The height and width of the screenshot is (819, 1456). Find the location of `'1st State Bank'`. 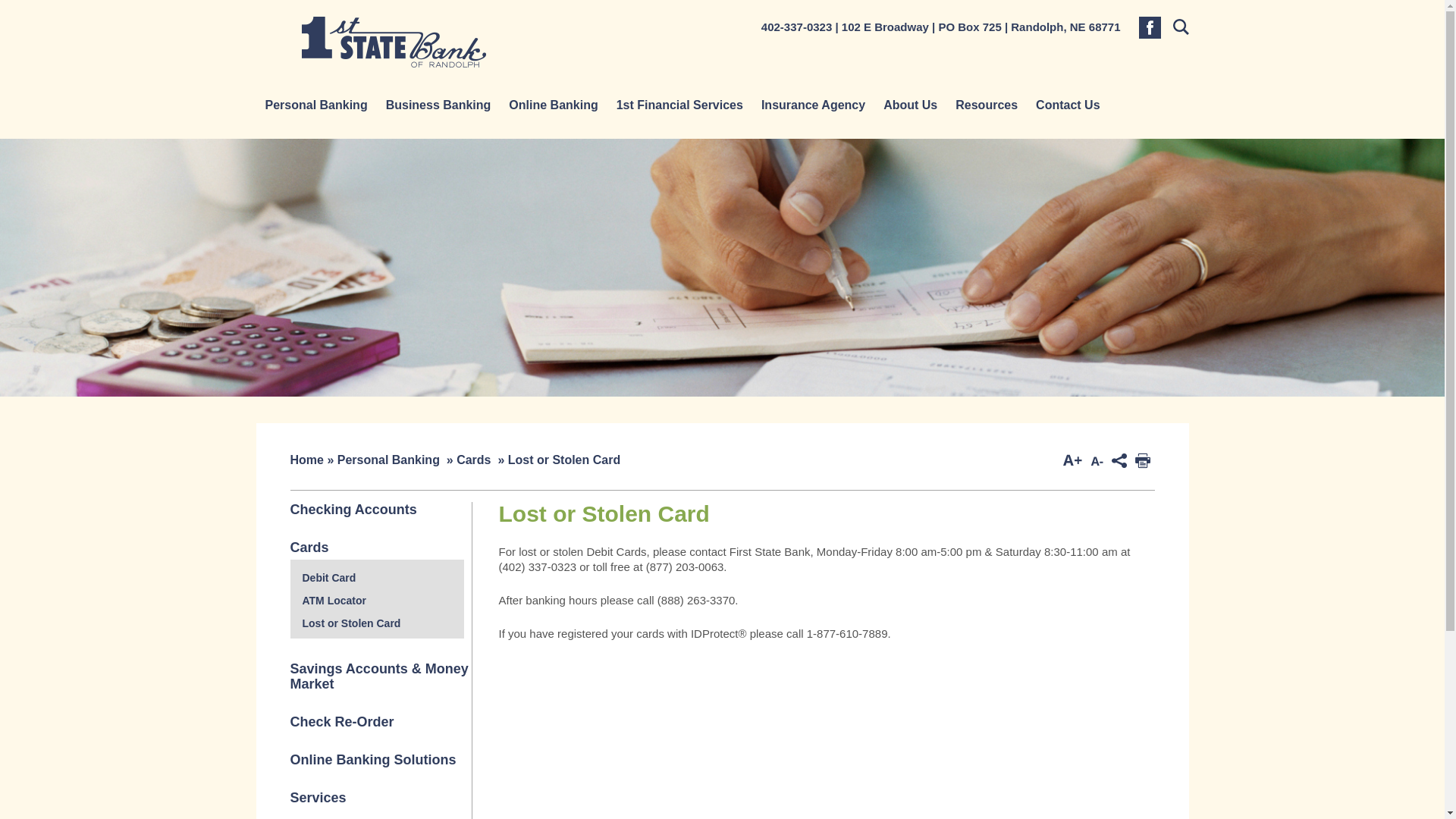

'1st State Bank' is located at coordinates (394, 41).